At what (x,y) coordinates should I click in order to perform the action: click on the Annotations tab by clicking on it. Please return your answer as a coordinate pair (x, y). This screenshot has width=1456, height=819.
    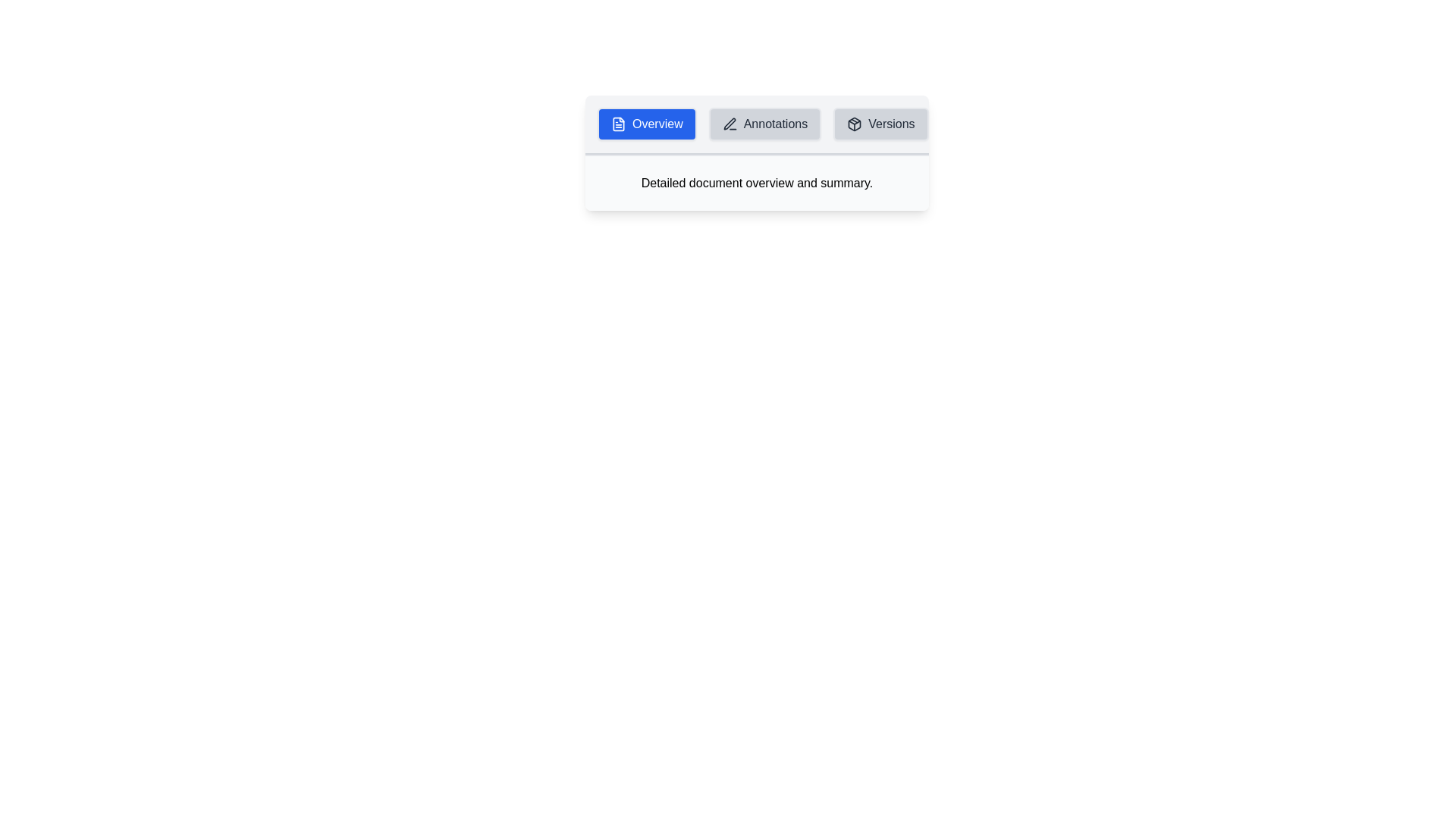
    Looking at the image, I should click on (764, 124).